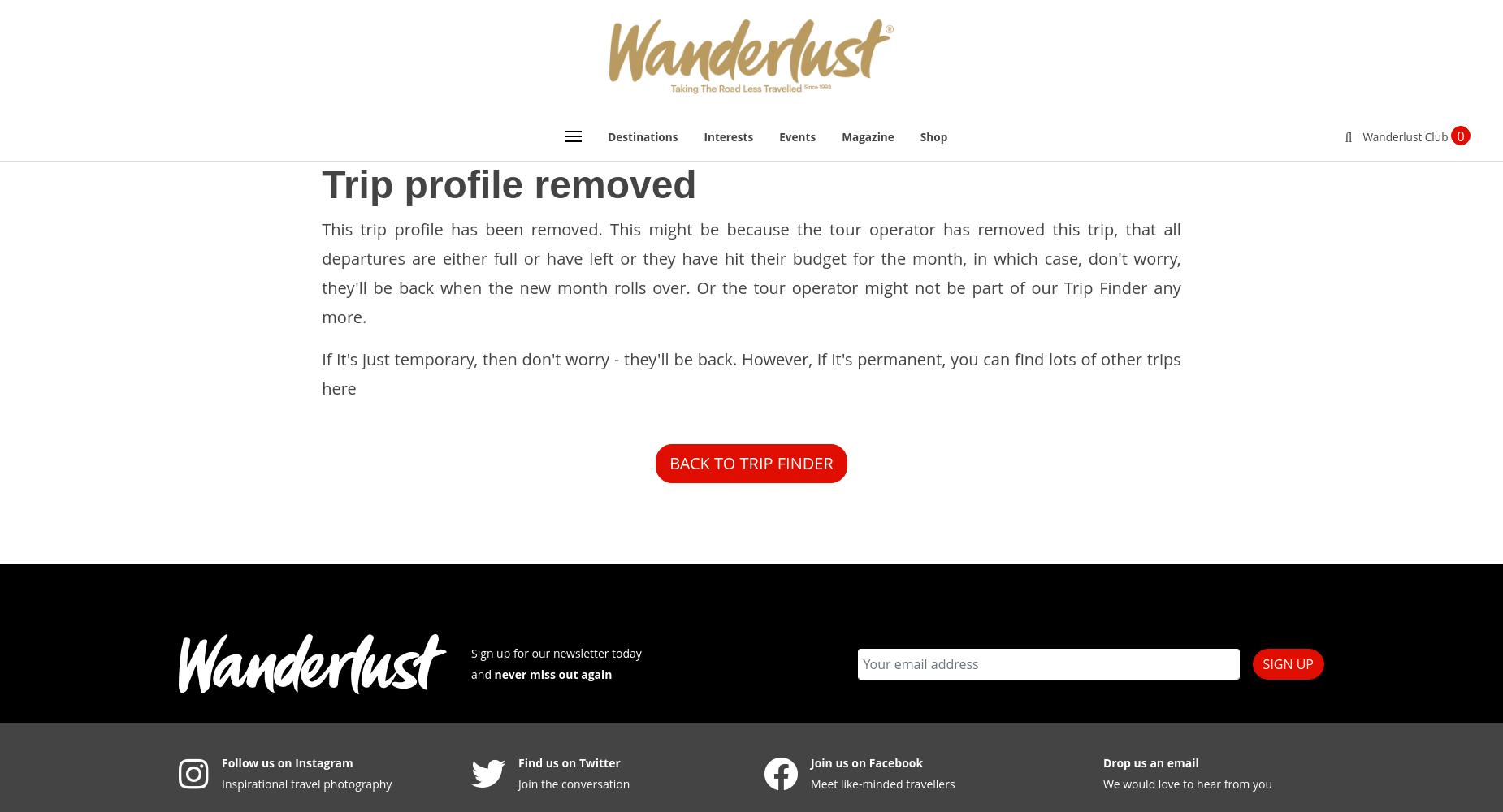  What do you see at coordinates (552, 672) in the screenshot?
I see `'never miss out again'` at bounding box center [552, 672].